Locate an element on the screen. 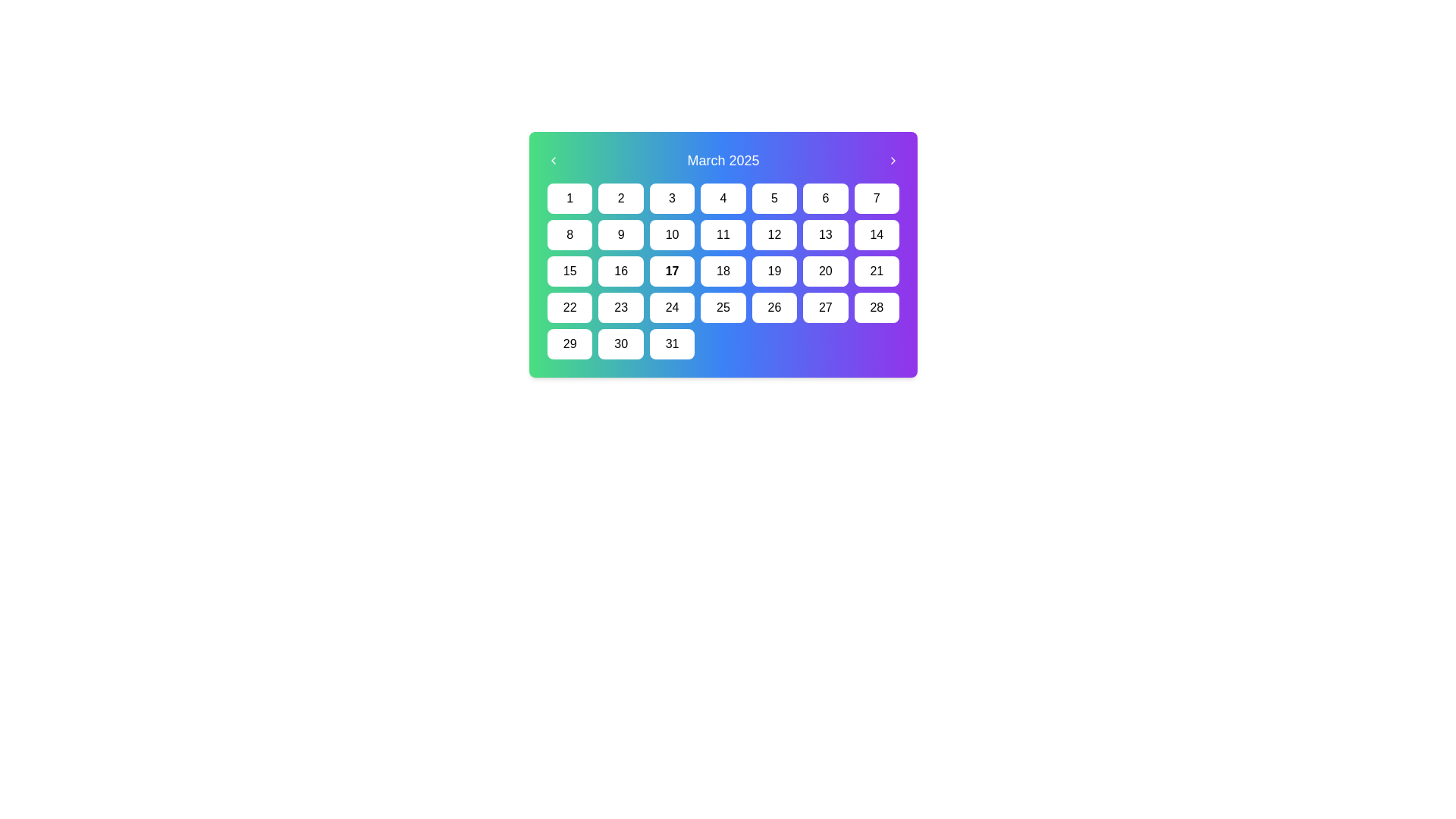  the Calendar Day Button representing the ninth day in the calendar grid is located at coordinates (621, 234).